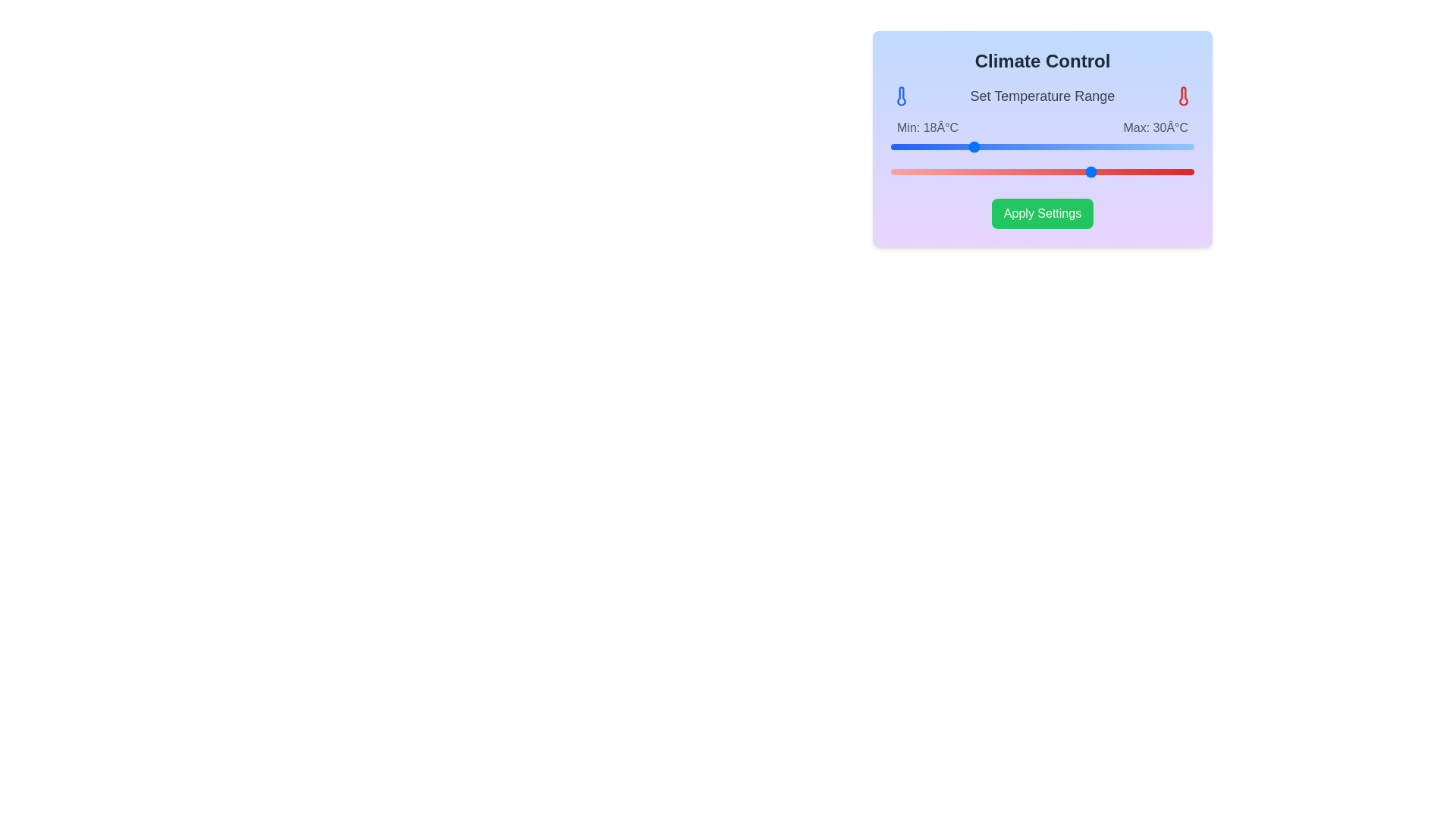  I want to click on the maximum temperature range to 38°C using the right slider, so click(1173, 171).